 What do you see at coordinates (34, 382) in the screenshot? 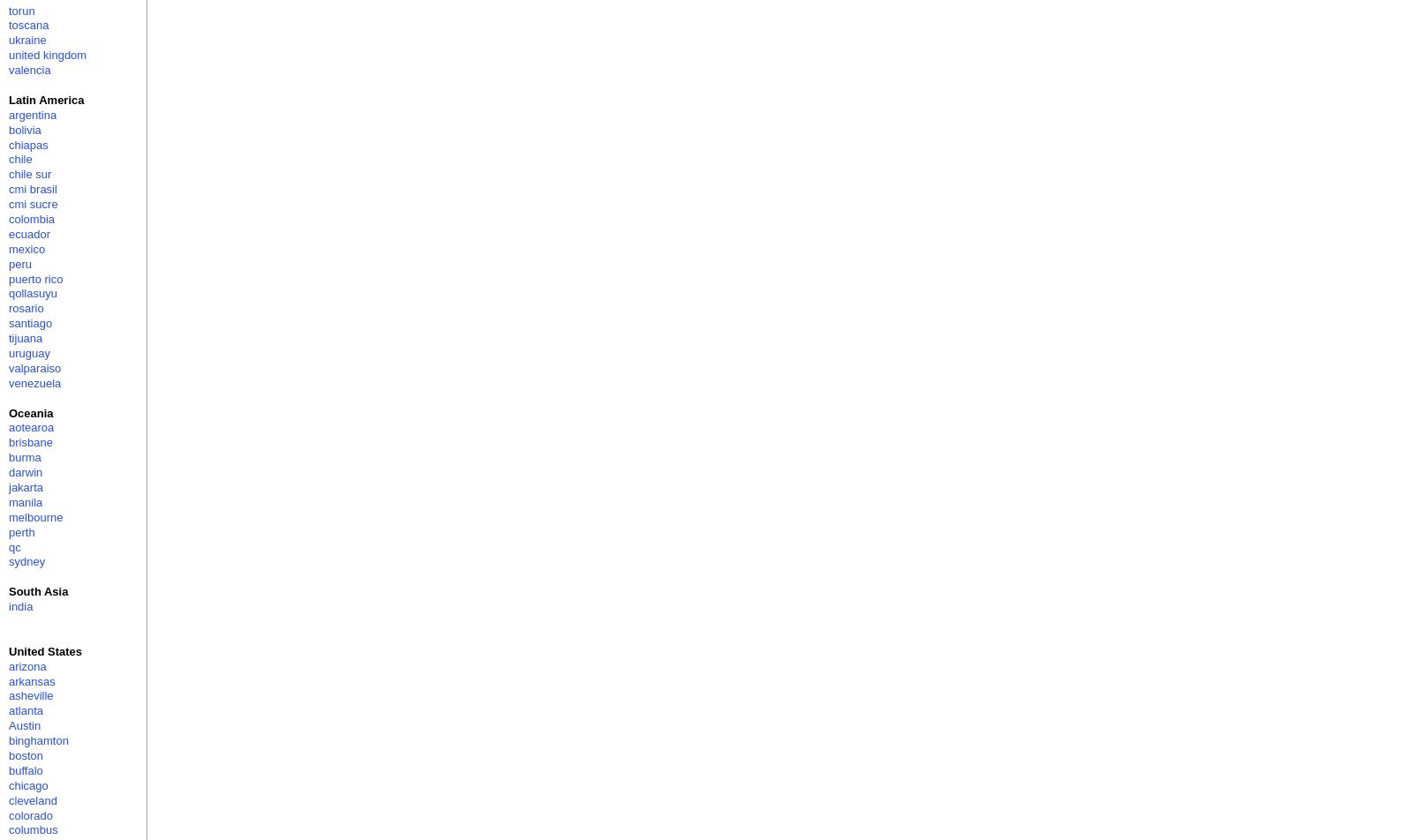
I see `'venezuela'` at bounding box center [34, 382].